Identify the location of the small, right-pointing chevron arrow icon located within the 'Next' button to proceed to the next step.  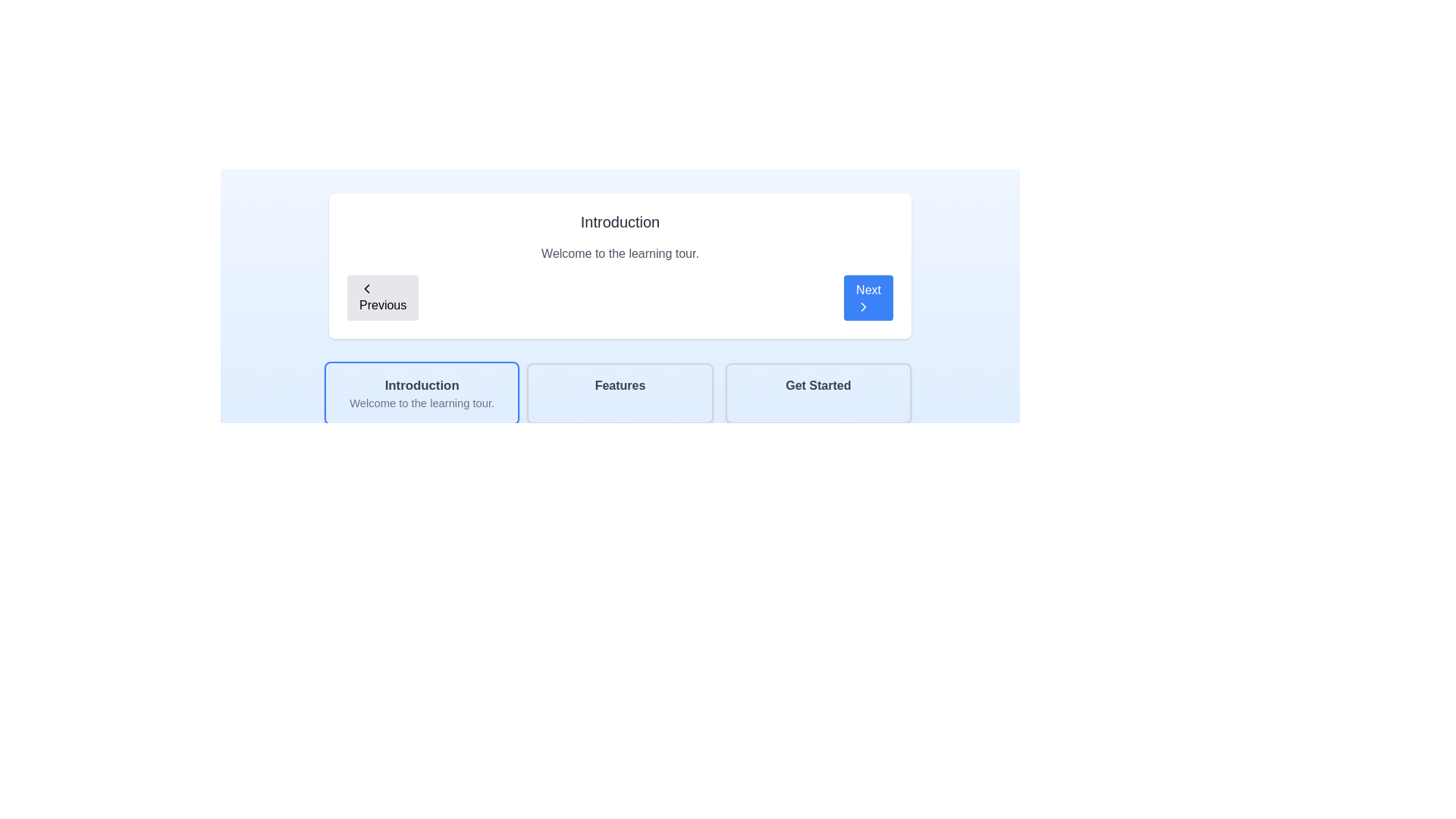
(864, 307).